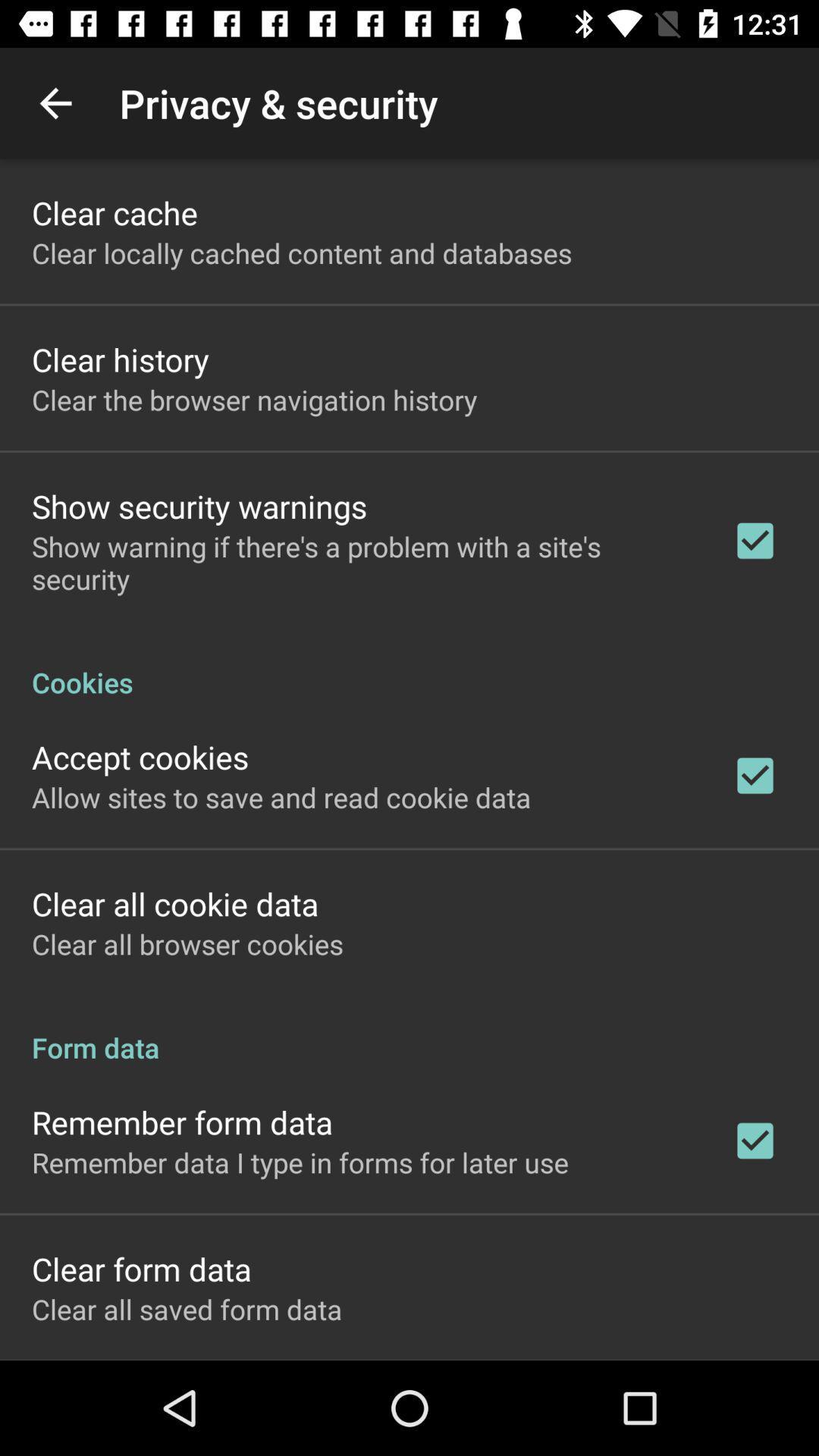 The height and width of the screenshot is (1456, 819). I want to click on the clear locally cached app, so click(302, 253).